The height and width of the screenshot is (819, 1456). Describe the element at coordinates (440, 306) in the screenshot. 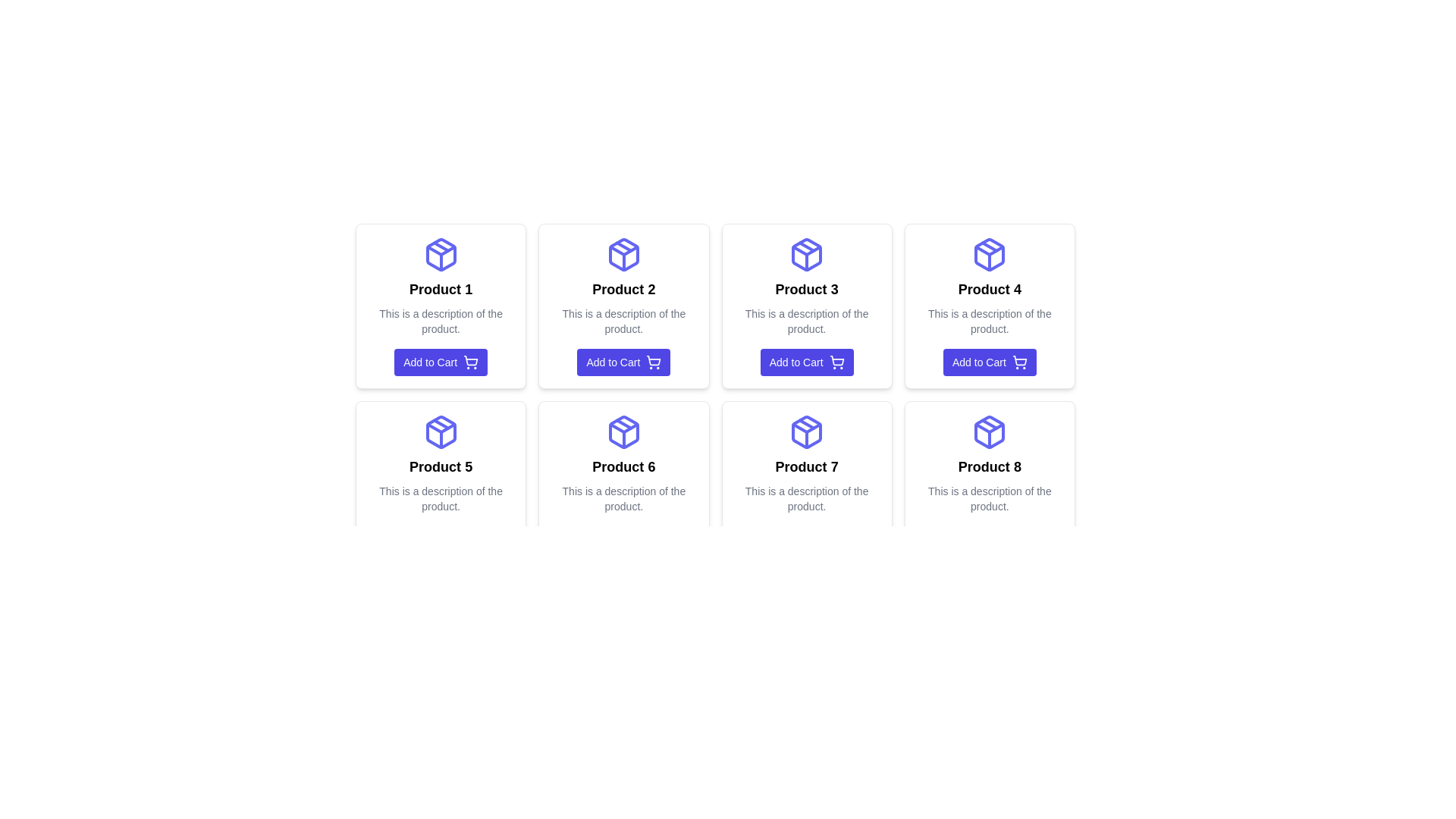

I see `the first product listing card in the top-left corner of the grid layout` at that location.